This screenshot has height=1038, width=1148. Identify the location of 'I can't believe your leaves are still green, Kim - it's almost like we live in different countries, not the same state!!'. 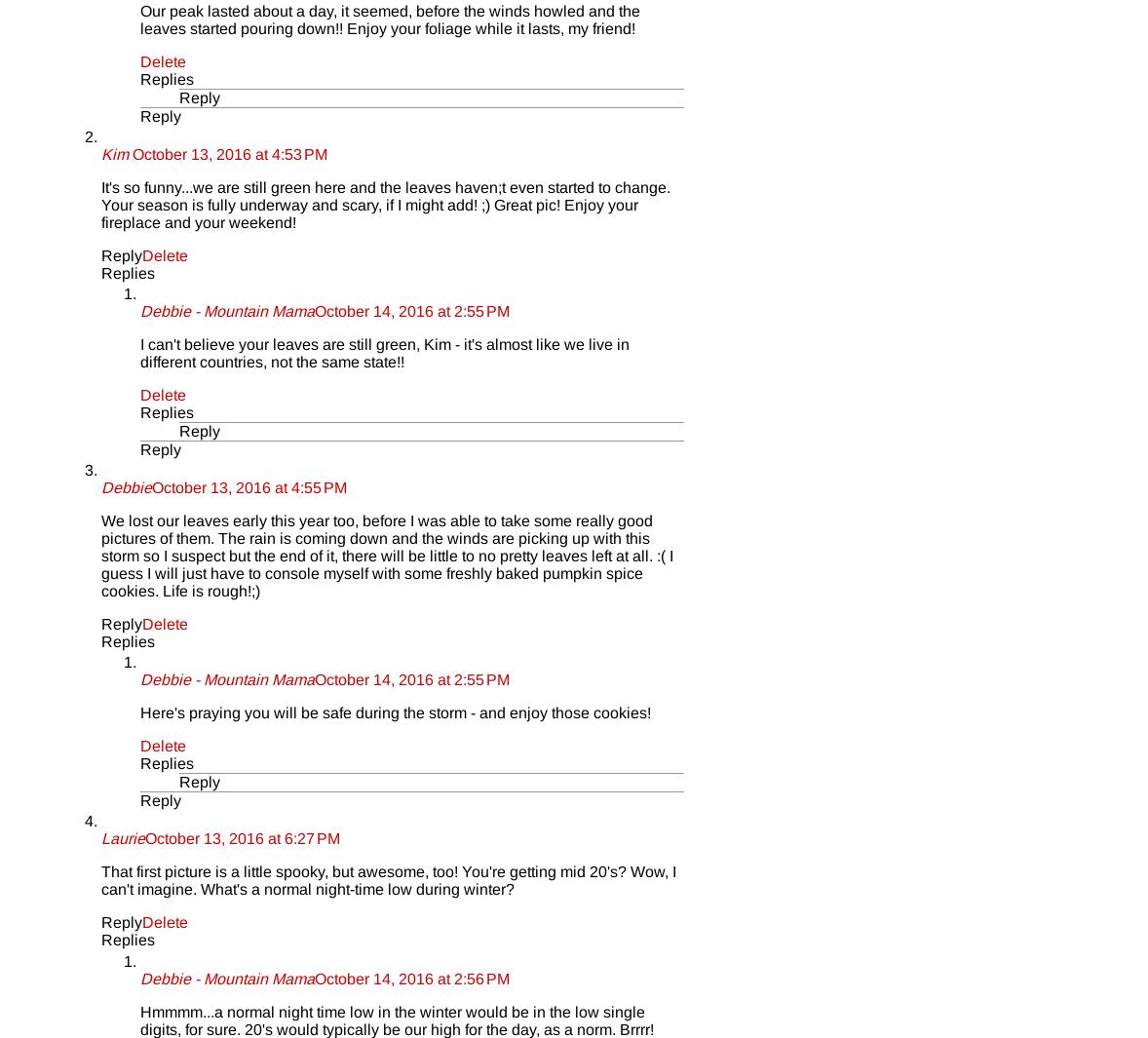
(384, 351).